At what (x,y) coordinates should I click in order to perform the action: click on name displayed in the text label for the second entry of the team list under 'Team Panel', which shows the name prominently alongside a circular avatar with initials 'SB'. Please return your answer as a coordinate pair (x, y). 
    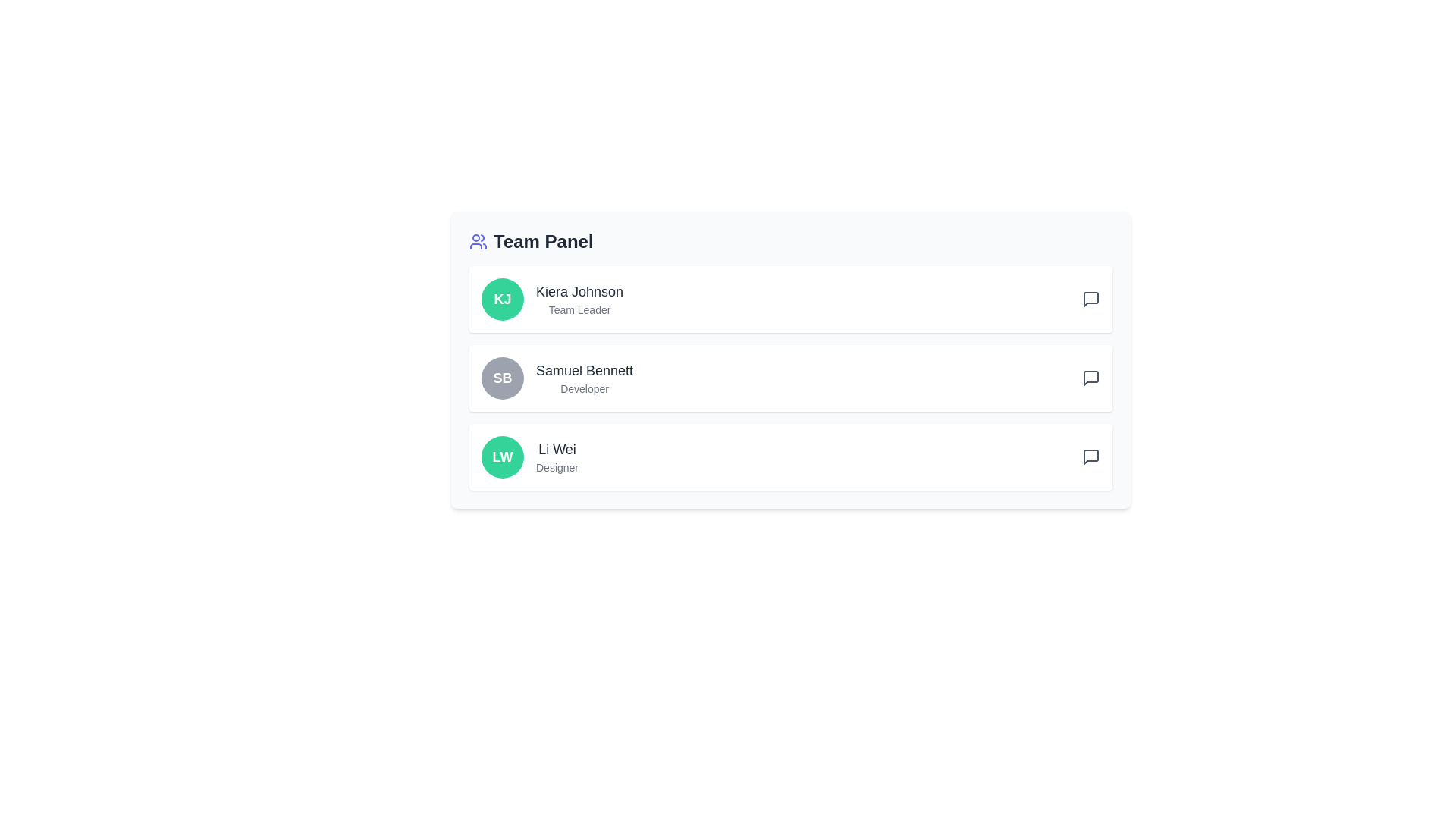
    Looking at the image, I should click on (584, 371).